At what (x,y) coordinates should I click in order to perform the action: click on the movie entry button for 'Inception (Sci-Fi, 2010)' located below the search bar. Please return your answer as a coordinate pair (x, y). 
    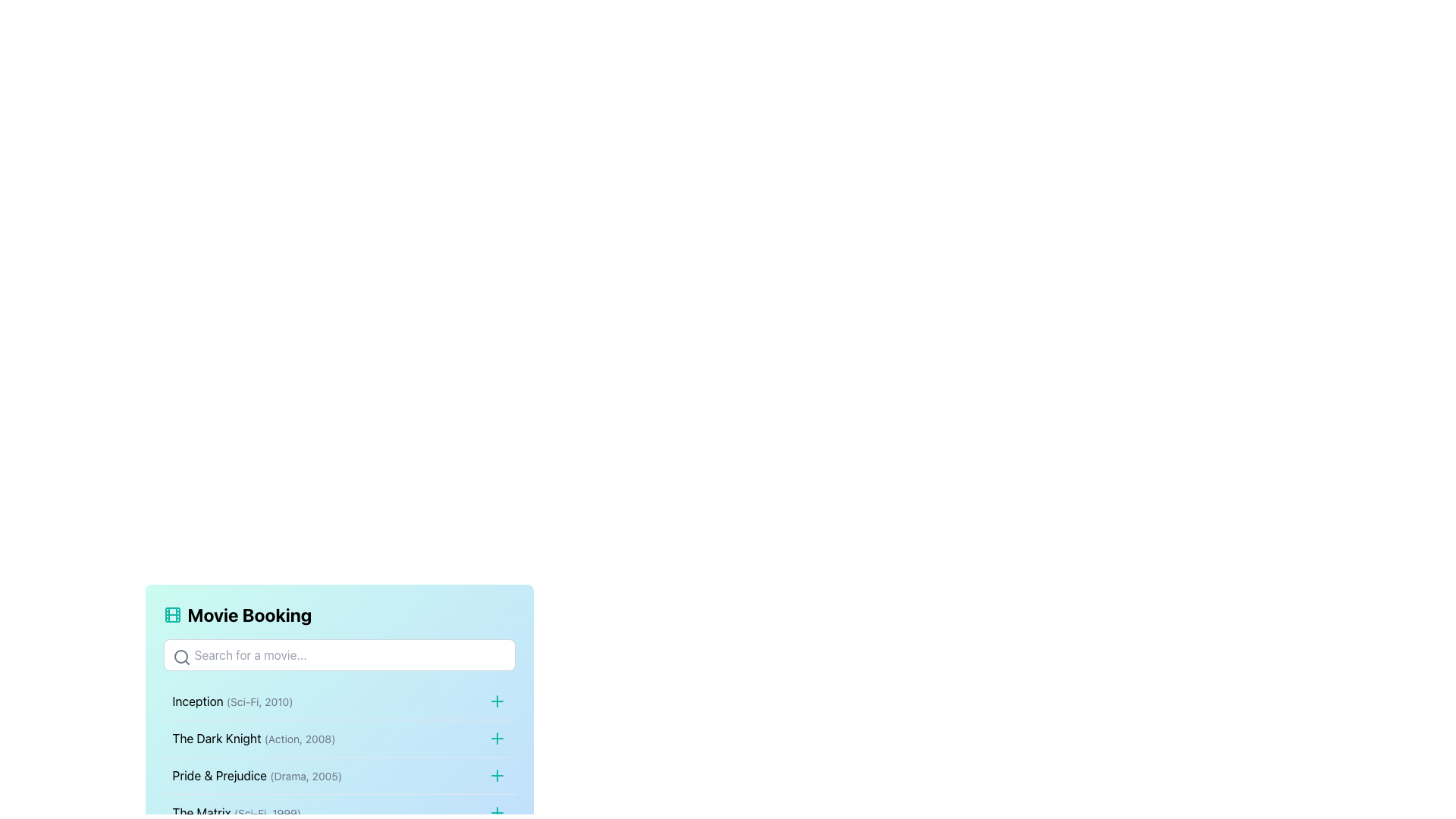
    Looking at the image, I should click on (338, 701).